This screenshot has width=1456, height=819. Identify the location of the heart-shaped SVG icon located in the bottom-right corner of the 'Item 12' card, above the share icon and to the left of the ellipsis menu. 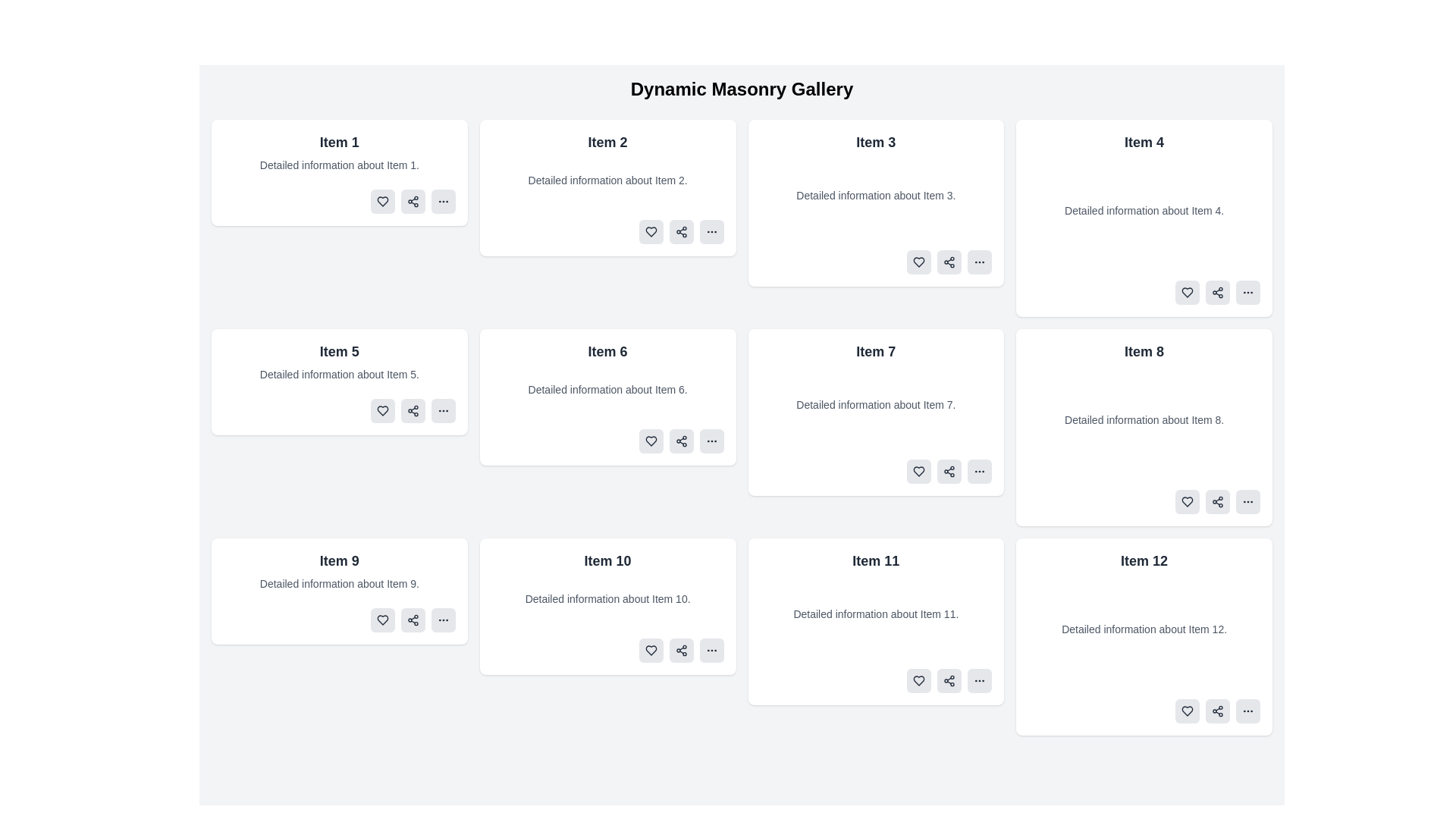
(1186, 711).